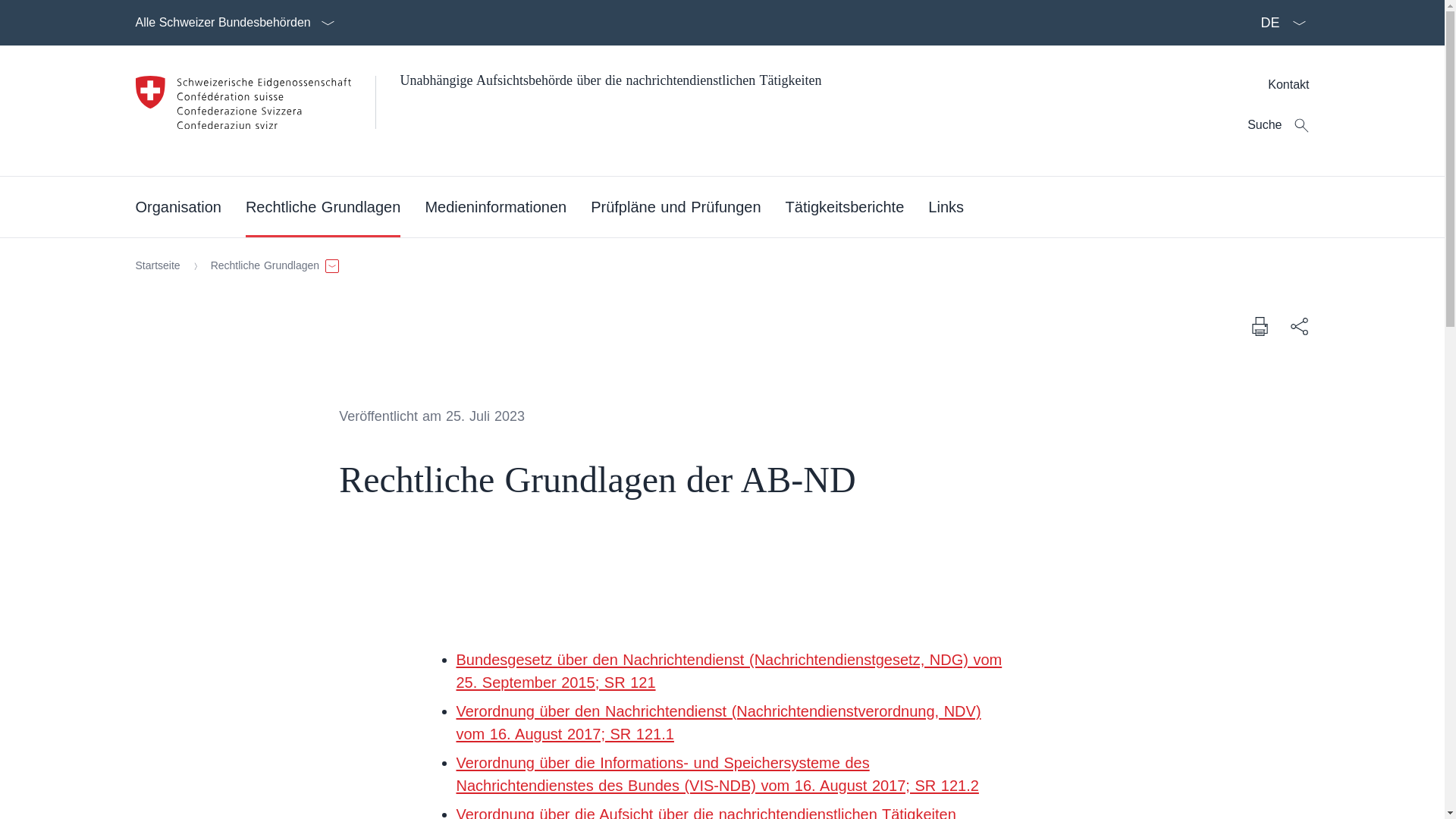 This screenshot has height=819, width=1456. I want to click on 'Kontakt', so click(1288, 84).